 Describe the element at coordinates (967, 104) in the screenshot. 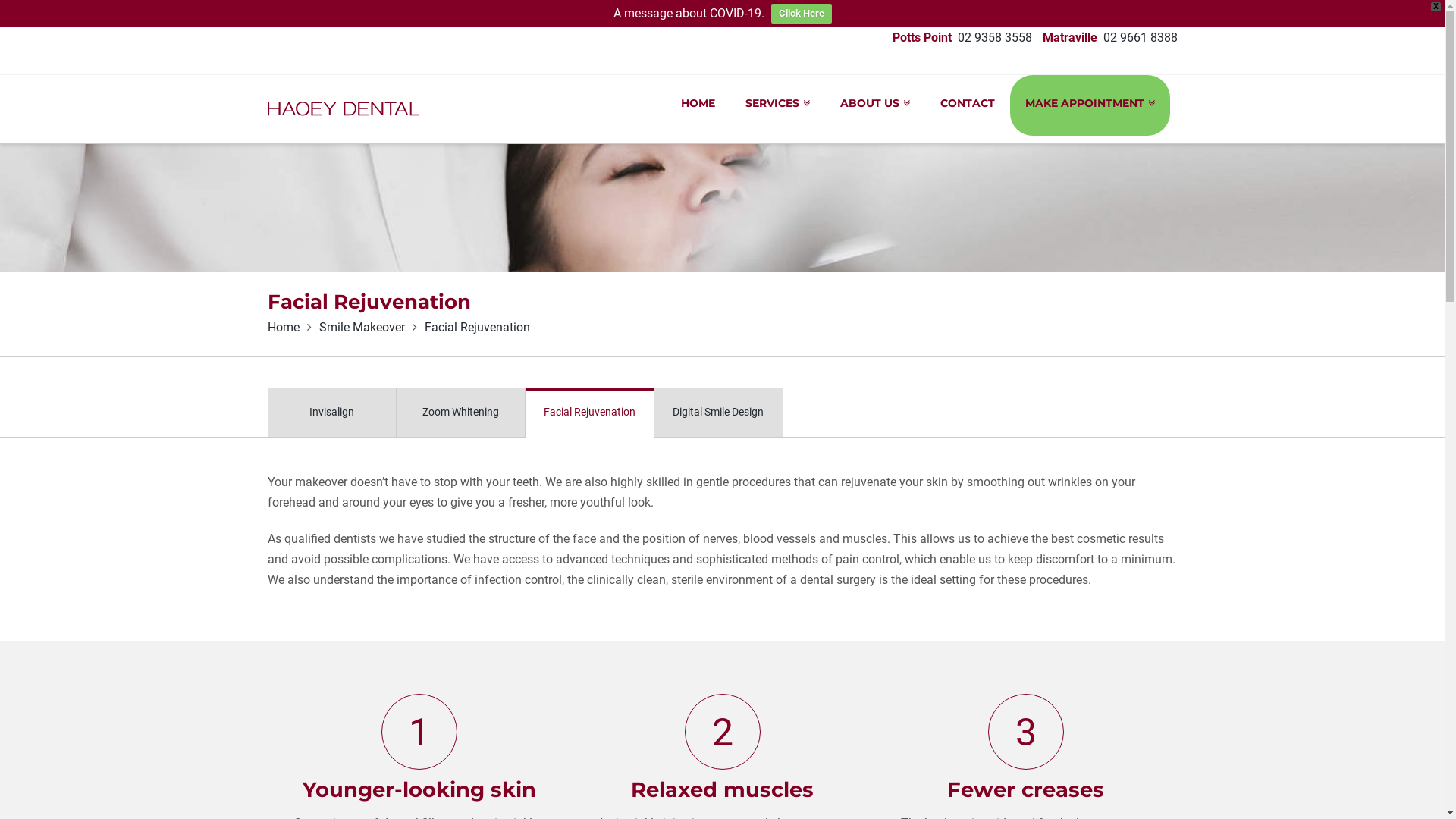

I see `'CONTACT'` at that location.